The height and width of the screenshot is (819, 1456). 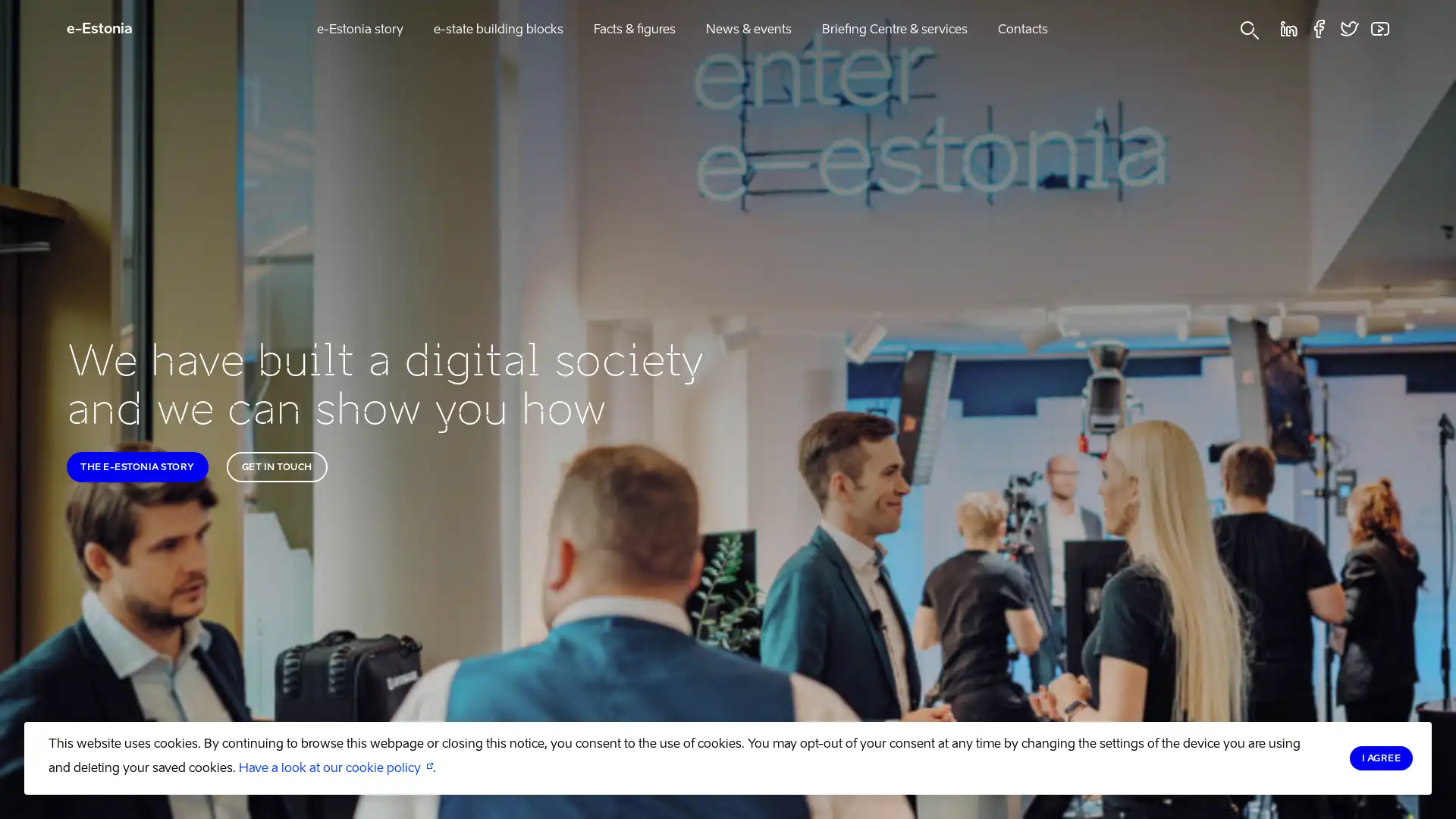 I want to click on I AGREE, so click(x=1380, y=758).